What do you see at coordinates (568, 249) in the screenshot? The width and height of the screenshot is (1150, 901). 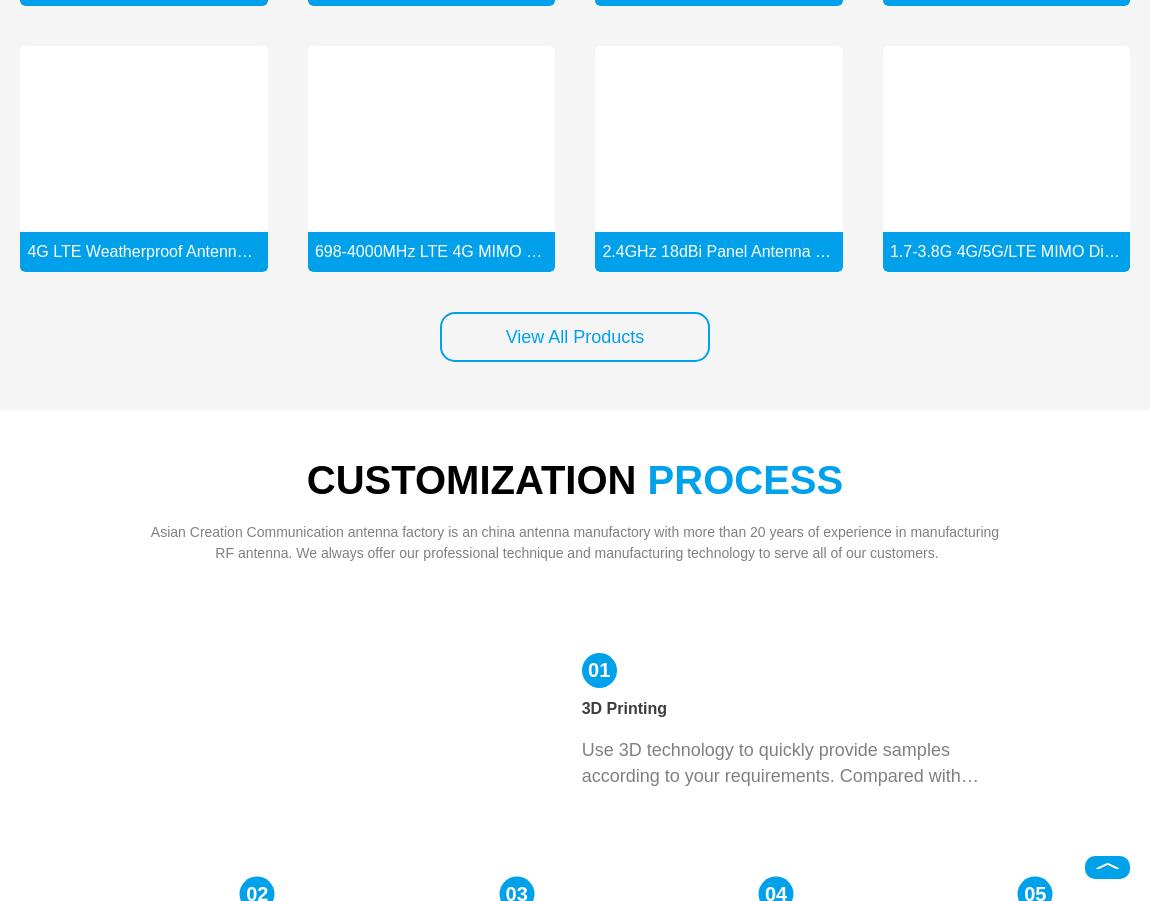 I see `'698-4000MHz LTE 4G MIMO Panel Outdoor Antenna With N Connector'` at bounding box center [568, 249].